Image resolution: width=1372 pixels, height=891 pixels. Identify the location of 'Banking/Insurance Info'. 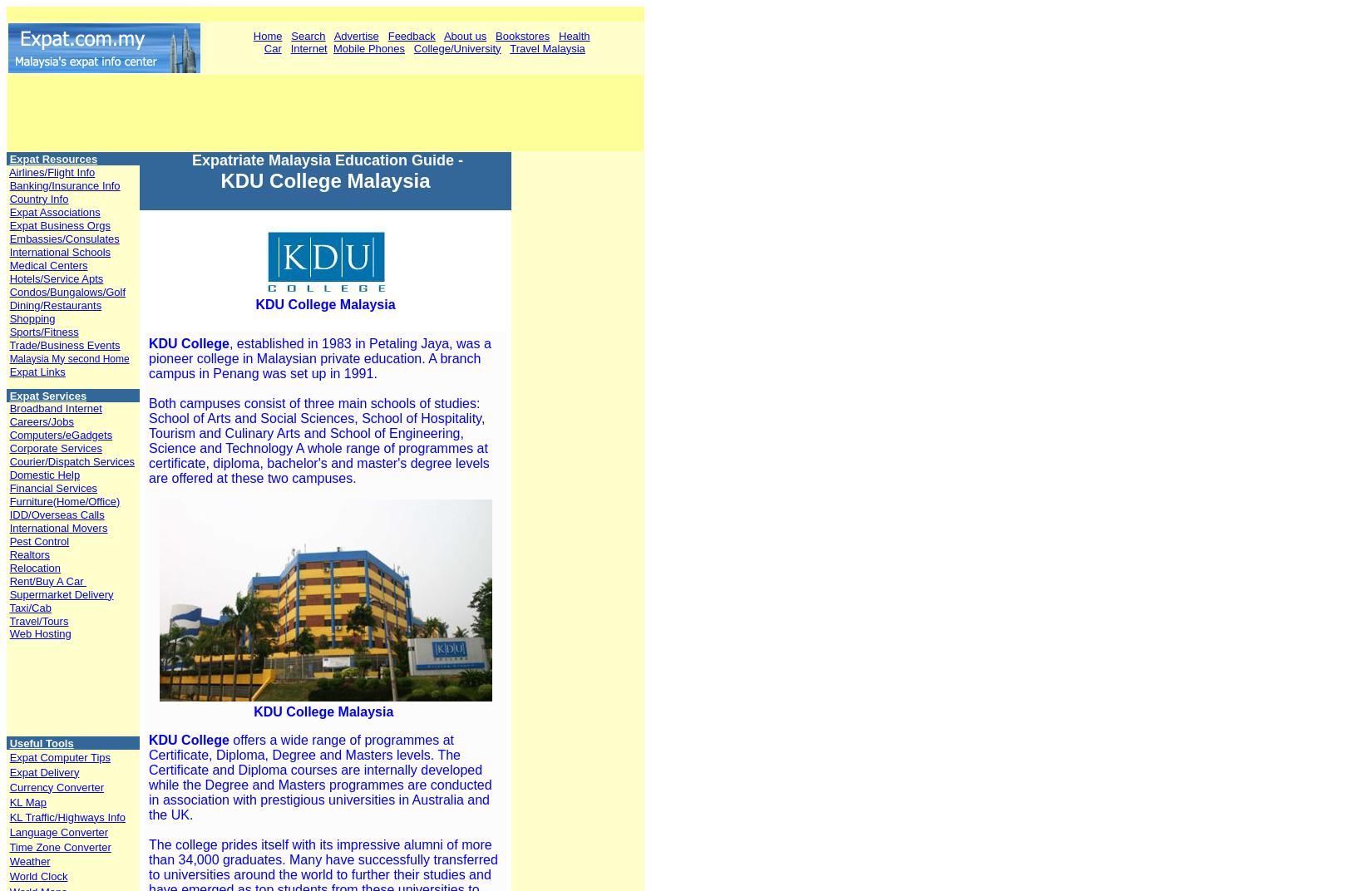
(64, 185).